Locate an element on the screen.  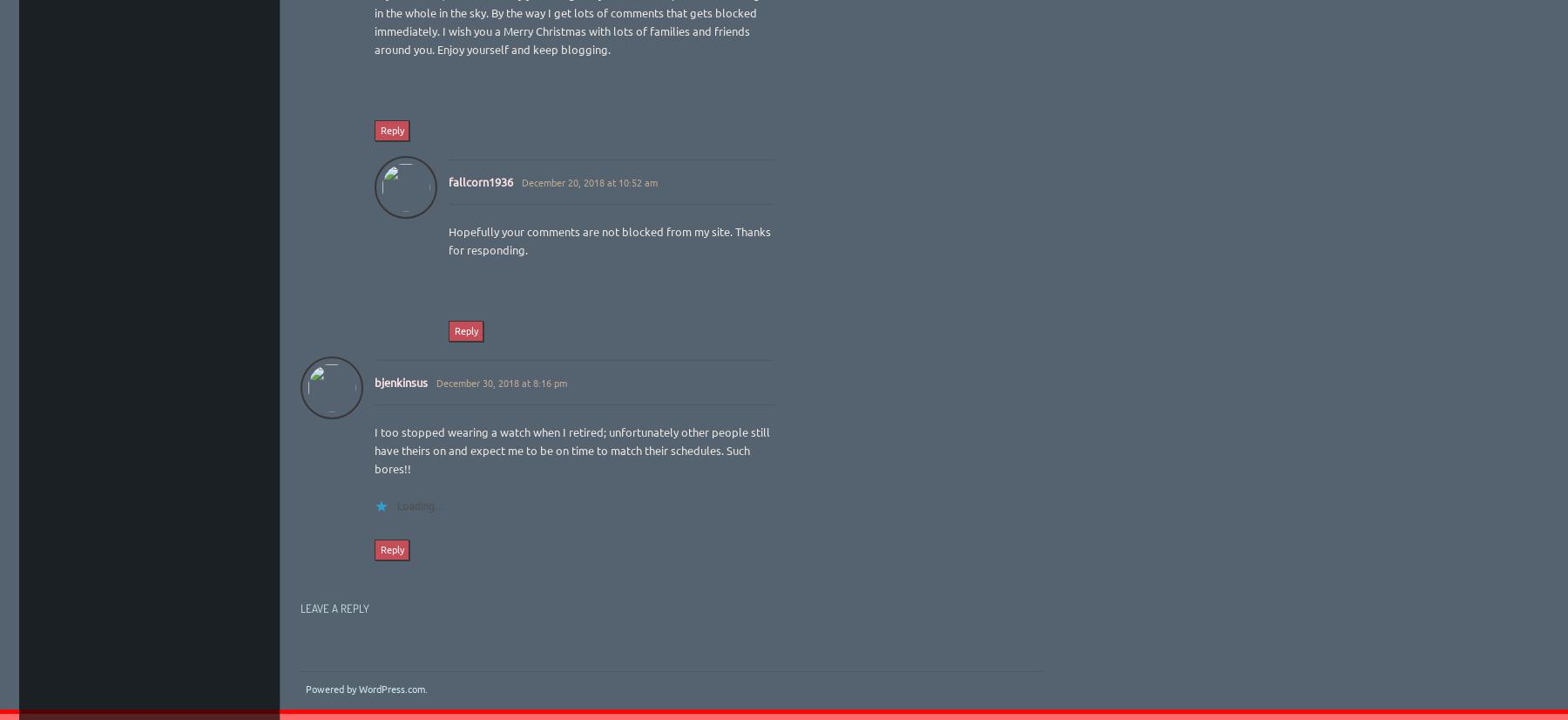
'I too stopped wearing a watch when I retired; unfortunately other people still have theirs on and expect me to be on time to match their schedules. Such bores!!' is located at coordinates (572, 449).